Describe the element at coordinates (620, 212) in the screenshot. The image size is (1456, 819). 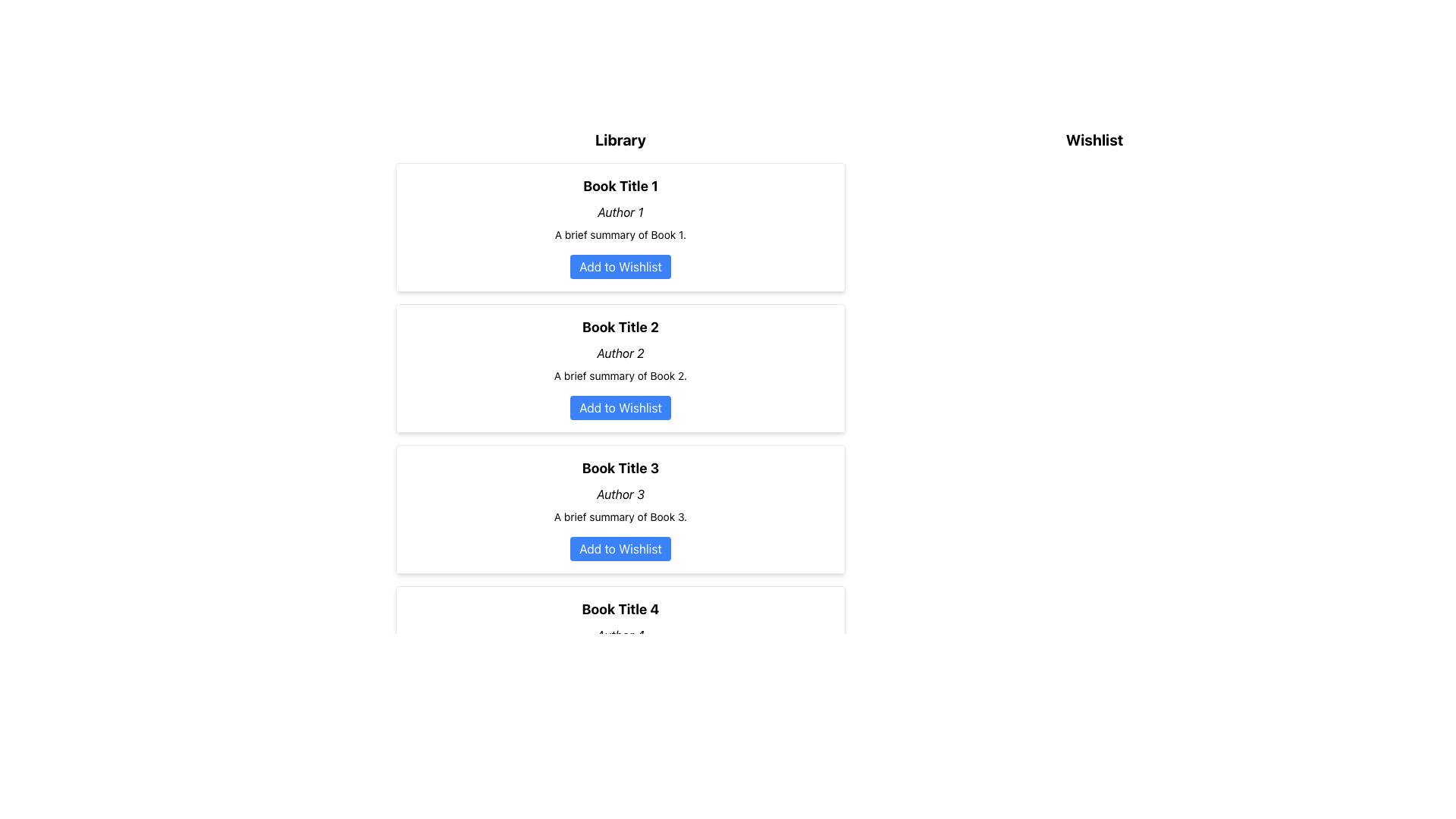
I see `the Text Label that provides information about the author of 'Book Title 1', located between the title and the summary in the first card section` at that location.